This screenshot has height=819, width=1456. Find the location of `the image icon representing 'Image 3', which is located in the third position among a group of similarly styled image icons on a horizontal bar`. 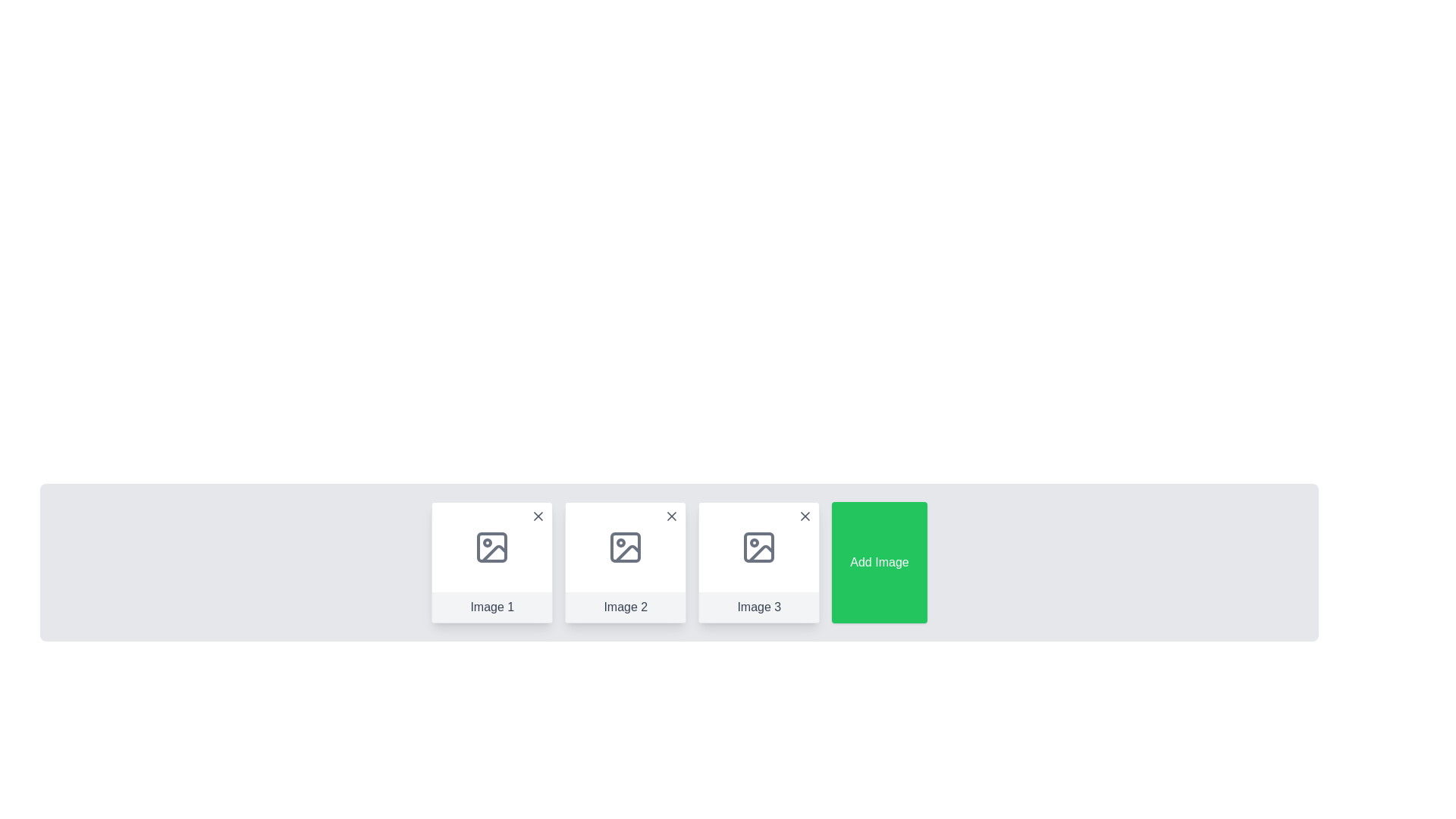

the image icon representing 'Image 3', which is located in the third position among a group of similarly styled image icons on a horizontal bar is located at coordinates (759, 547).